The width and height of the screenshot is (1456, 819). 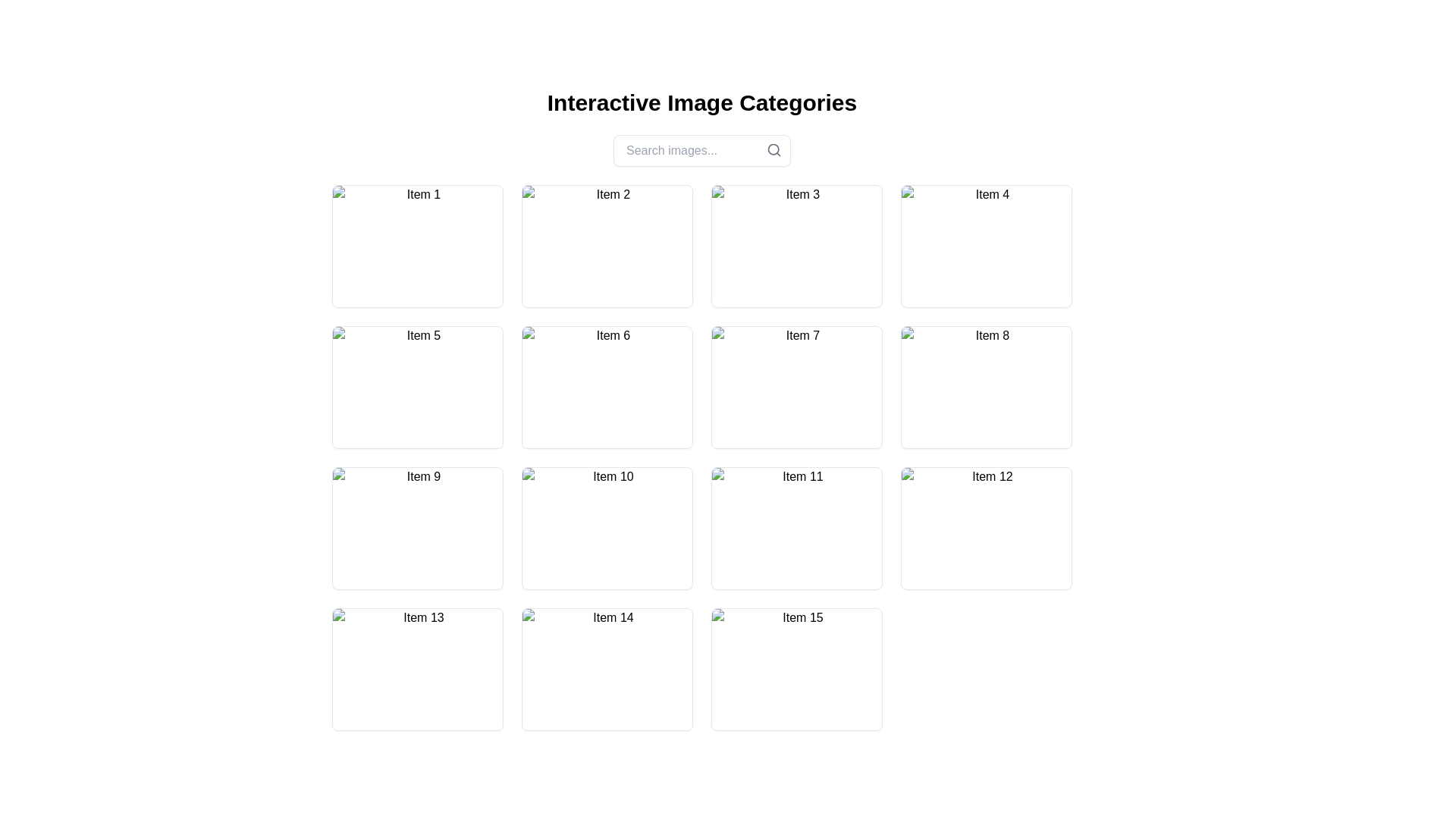 I want to click on the placeholder image associated with 'Item 10' located in the grid under 'Item 6' and above 'Item 14', so click(x=607, y=528).